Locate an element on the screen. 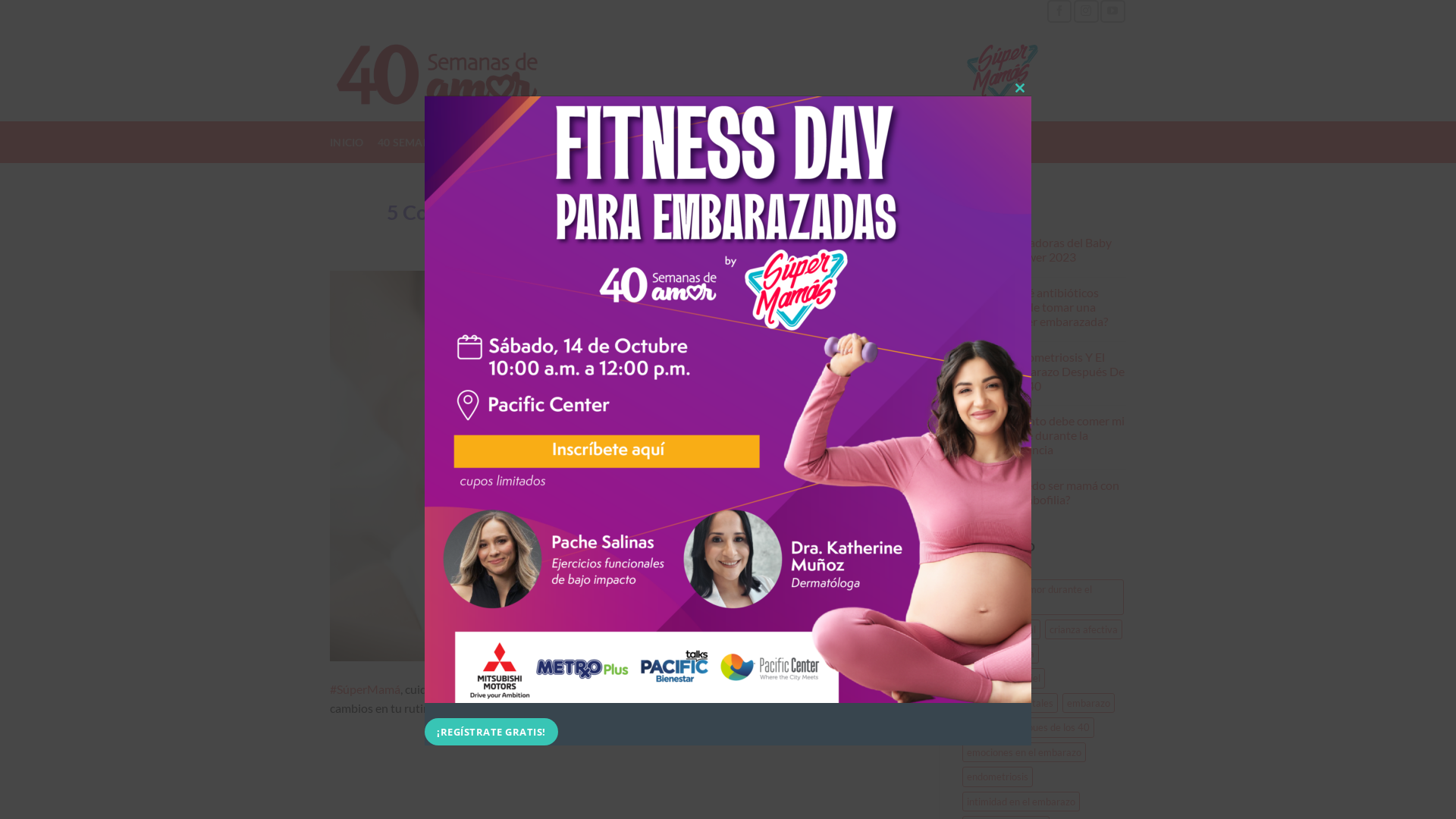  'intimidad en el embarazo' is located at coordinates (960, 800).